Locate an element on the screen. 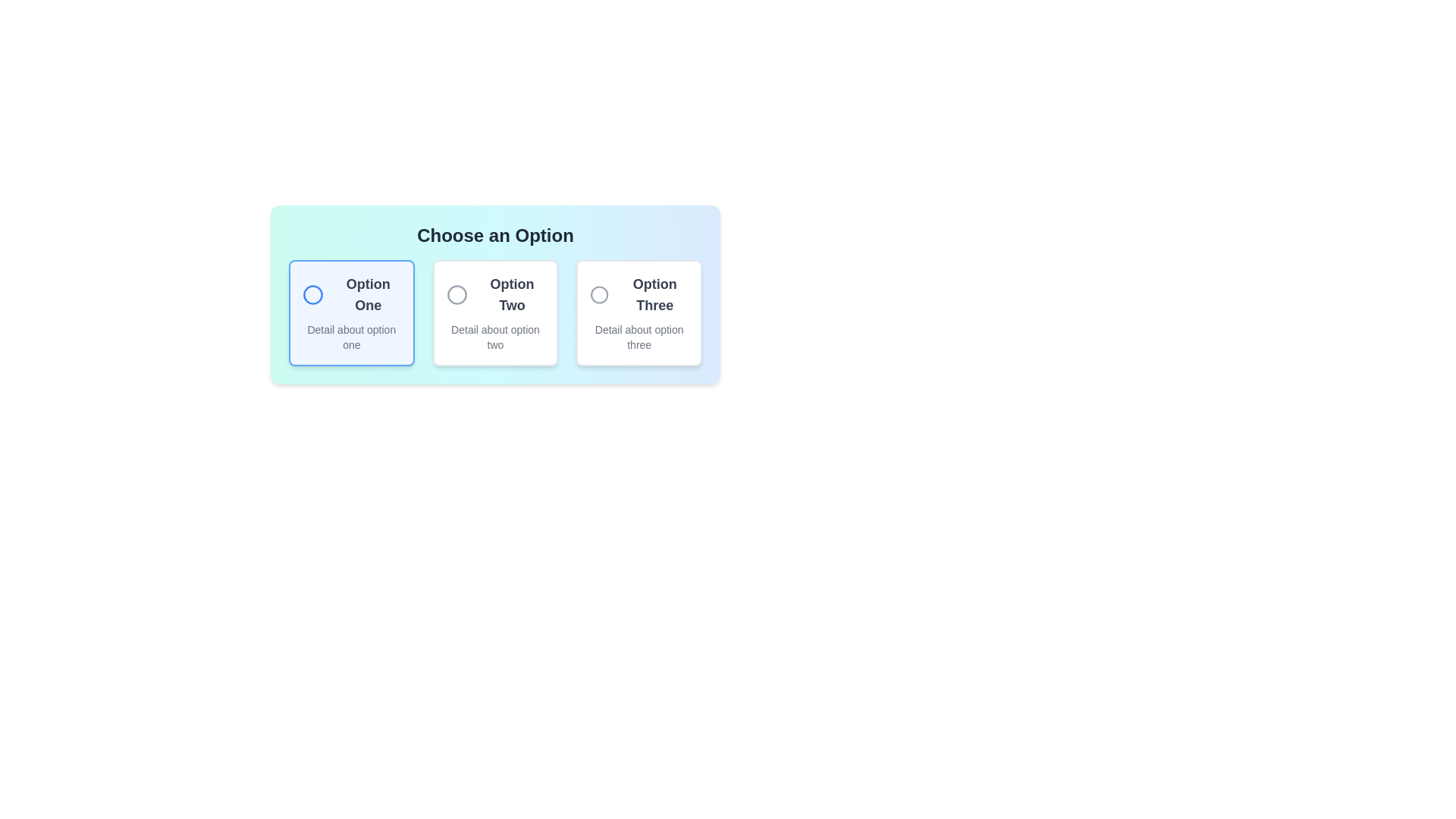  the radio button icon for 'Option Three' to provide visual feedback is located at coordinates (599, 295).